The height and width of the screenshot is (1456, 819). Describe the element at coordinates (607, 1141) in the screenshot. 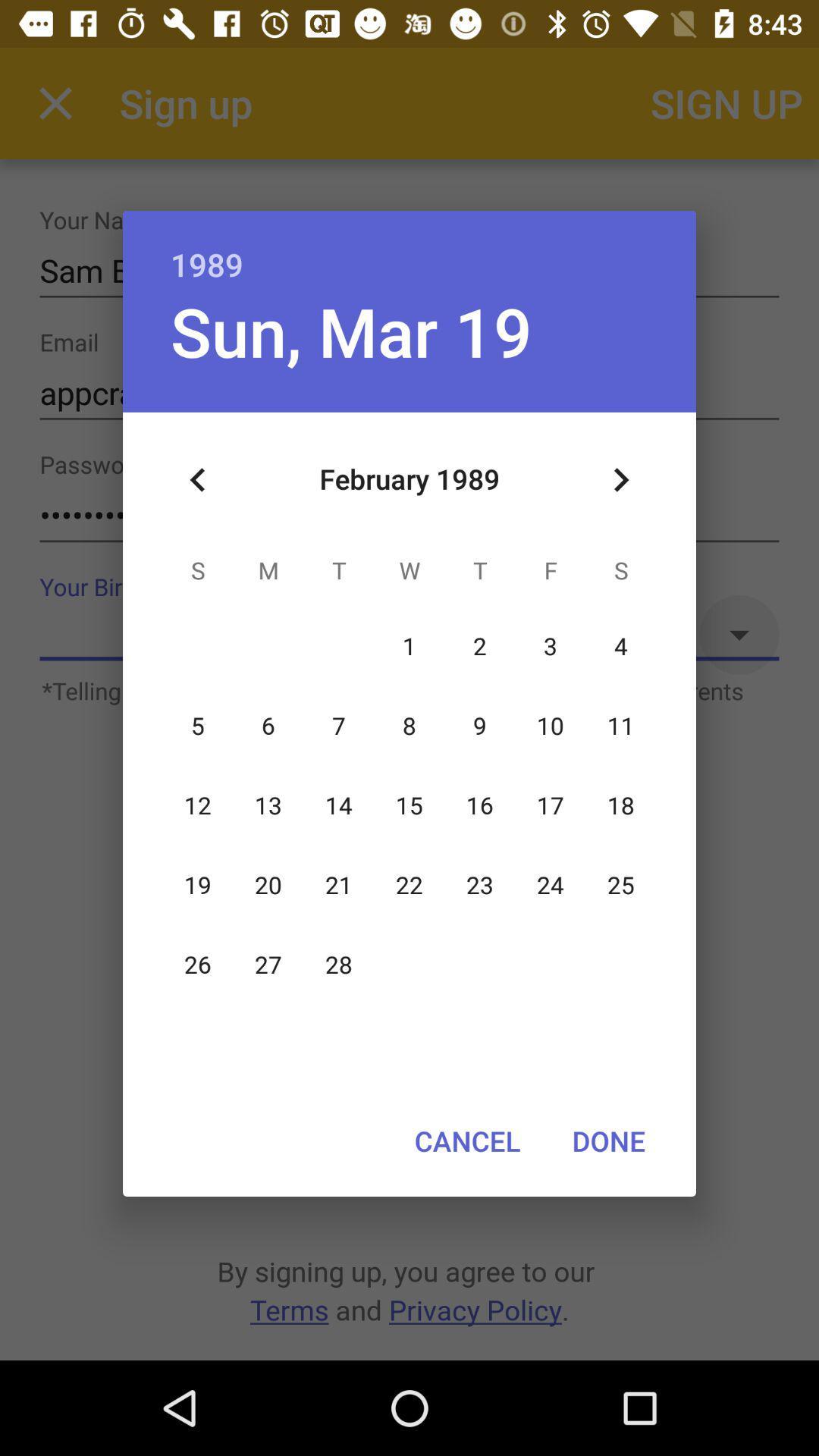

I see `the item next to cancel icon` at that location.